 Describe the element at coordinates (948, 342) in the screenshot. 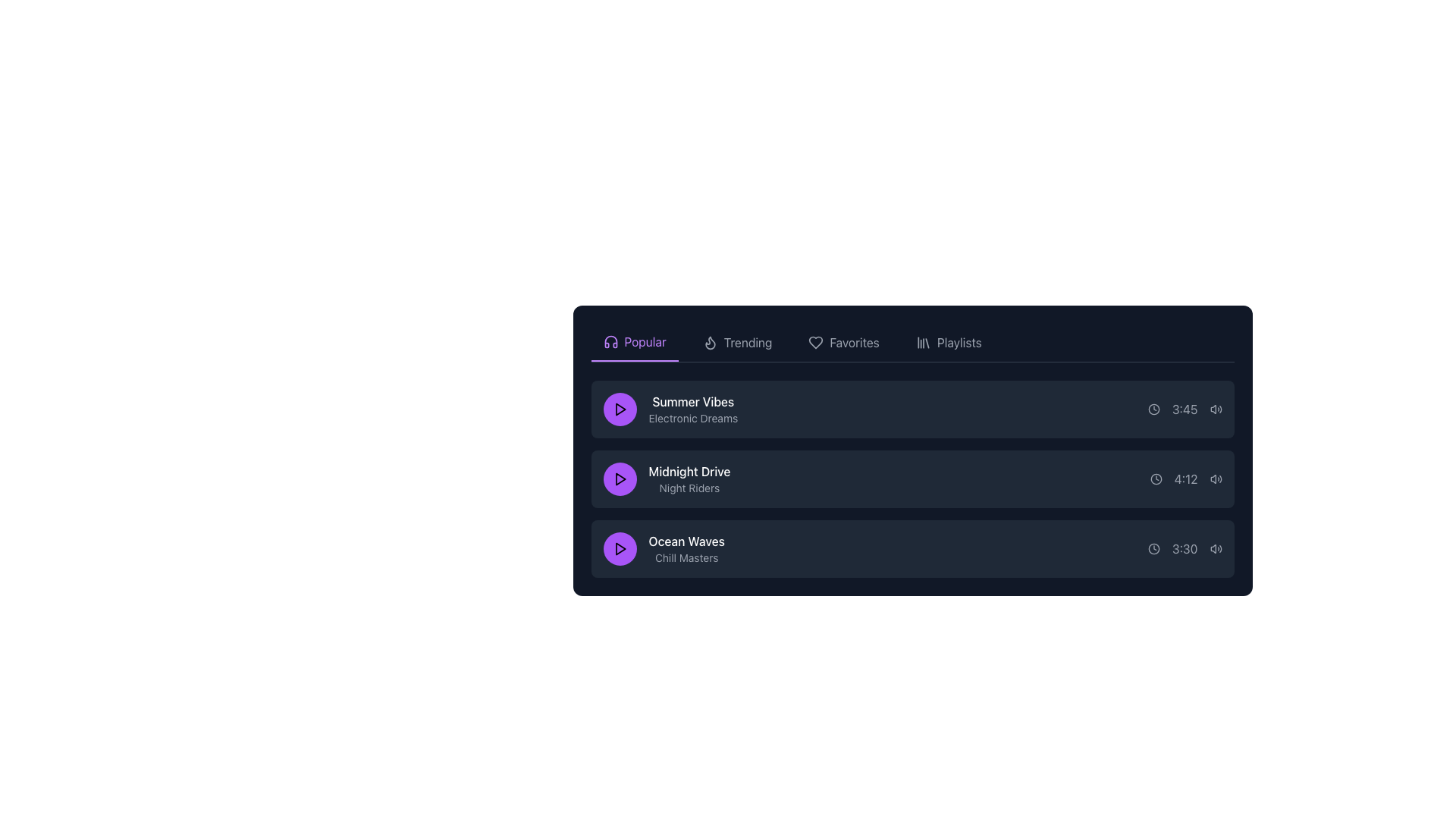

I see `the 'Playlists' button, which is the fourth item in the horizontal menu bar containing 'Popular', 'Trending', and 'Favorites', located centrally in the top portion of the interface` at that location.